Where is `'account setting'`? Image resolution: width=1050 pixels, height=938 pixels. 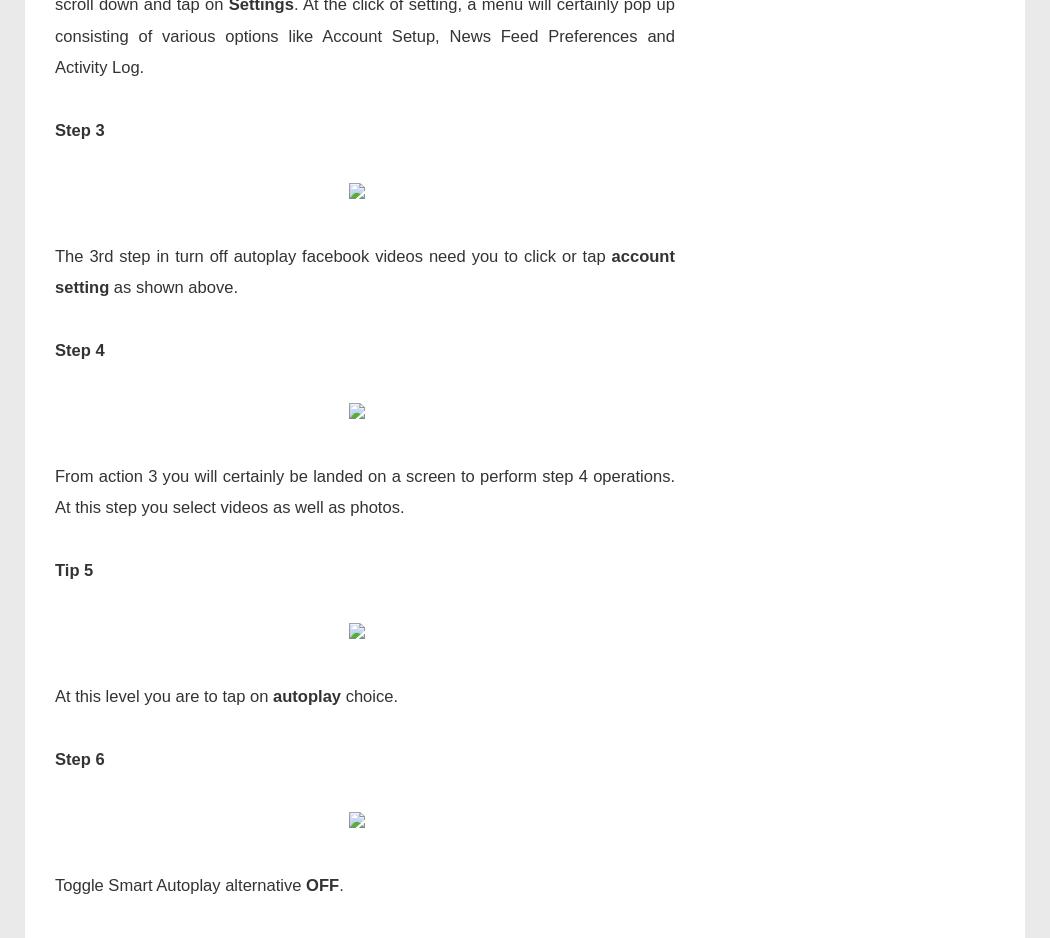 'account setting' is located at coordinates (363, 271).